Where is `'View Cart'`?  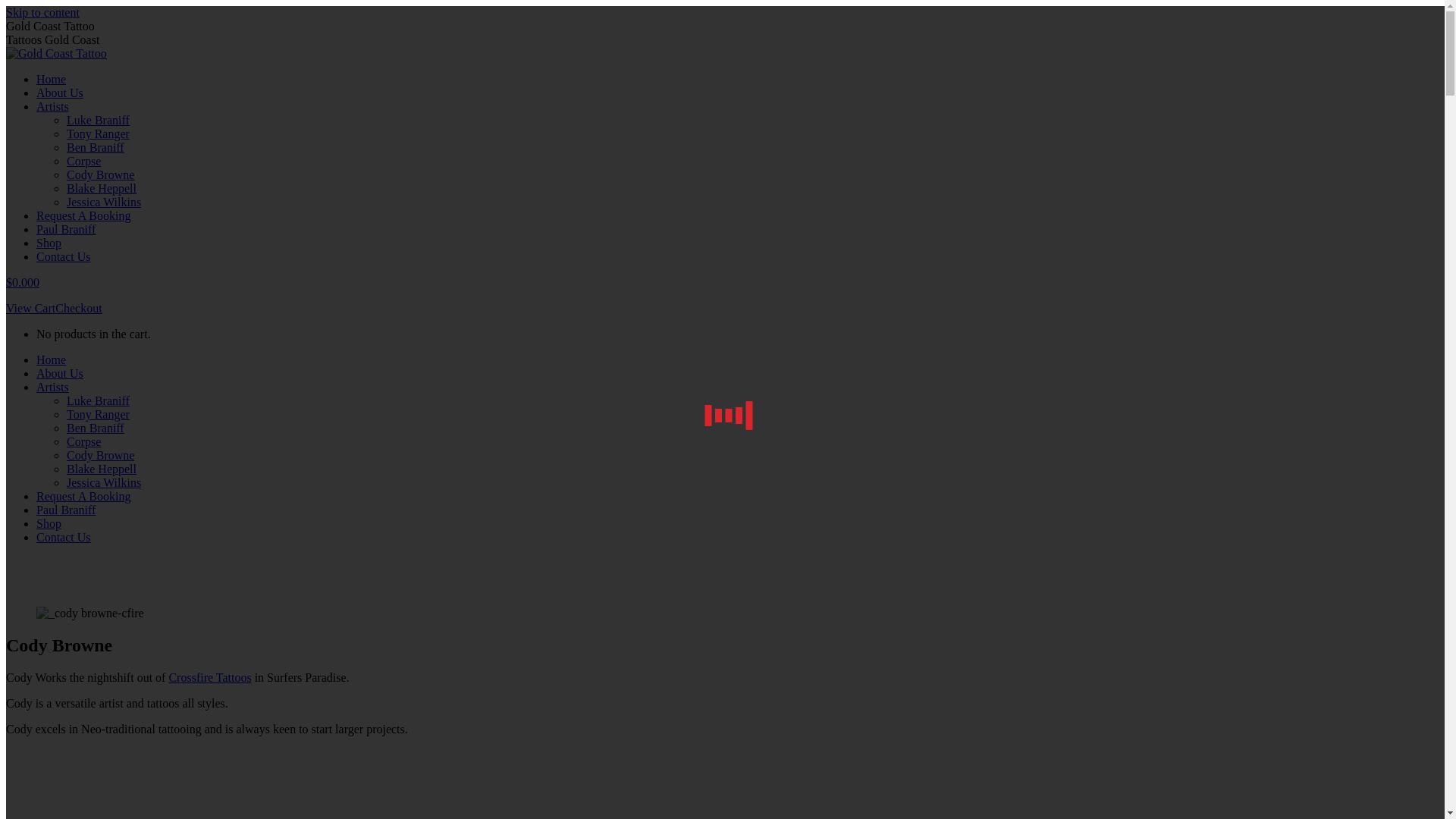
'View Cart' is located at coordinates (30, 307).